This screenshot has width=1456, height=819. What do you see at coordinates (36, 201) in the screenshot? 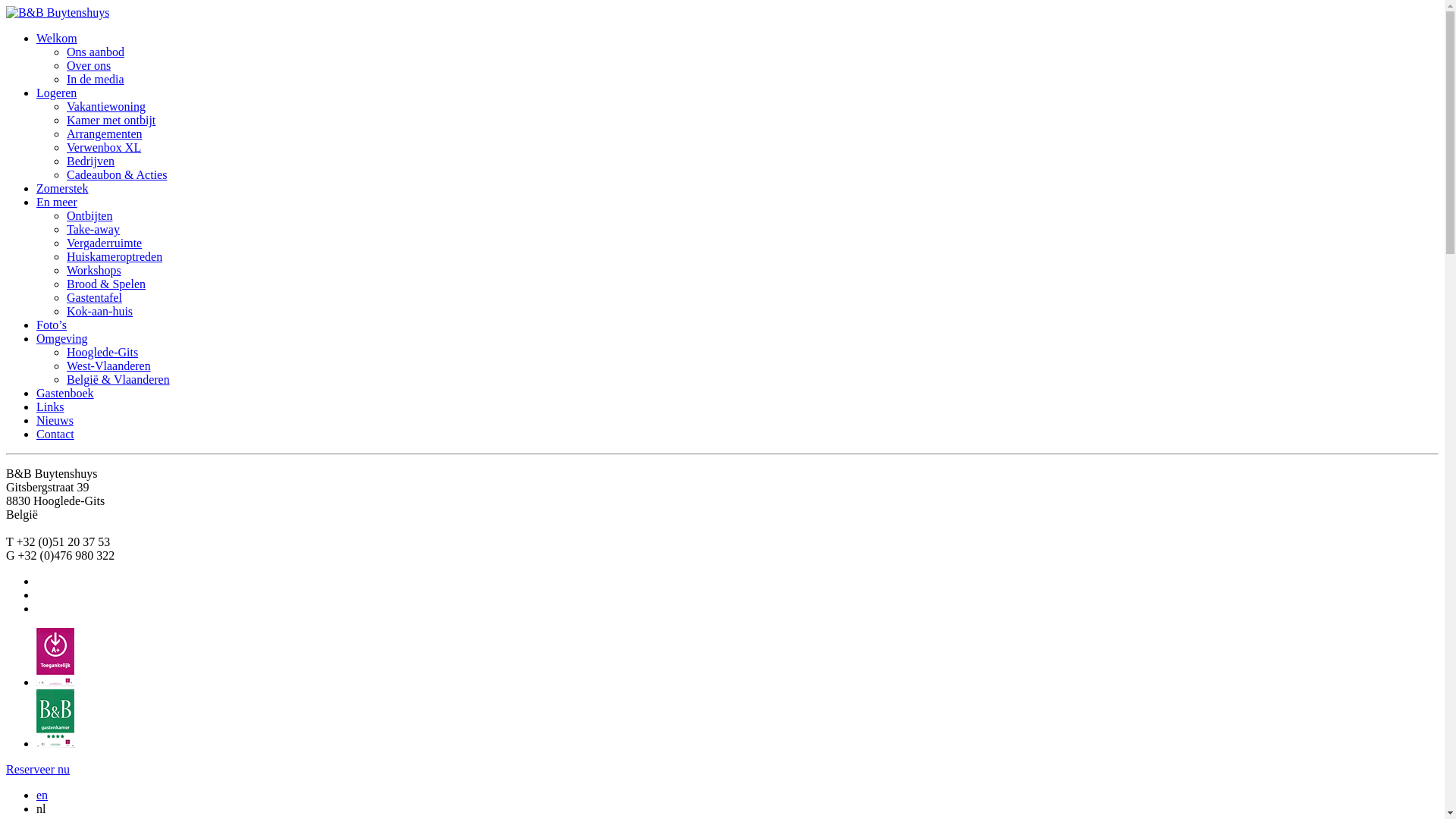
I see `'En meer'` at bounding box center [36, 201].